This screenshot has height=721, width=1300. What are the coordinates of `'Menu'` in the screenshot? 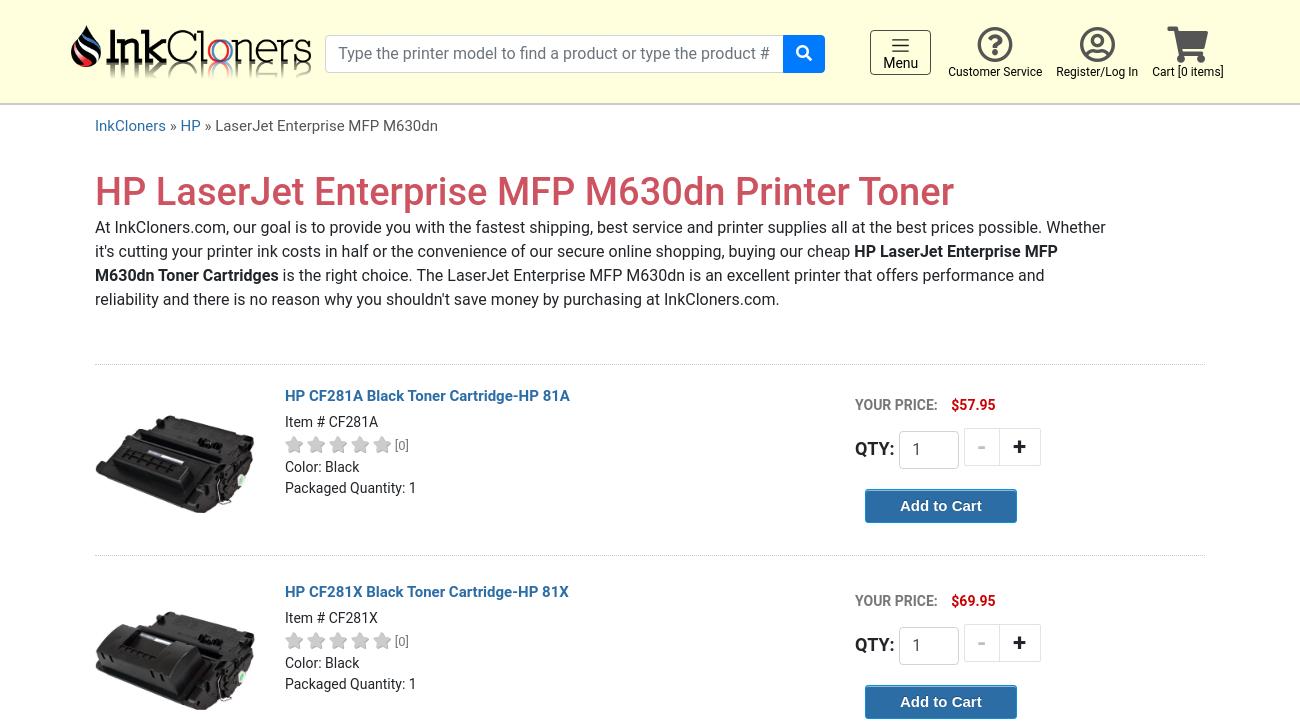 It's located at (899, 62).